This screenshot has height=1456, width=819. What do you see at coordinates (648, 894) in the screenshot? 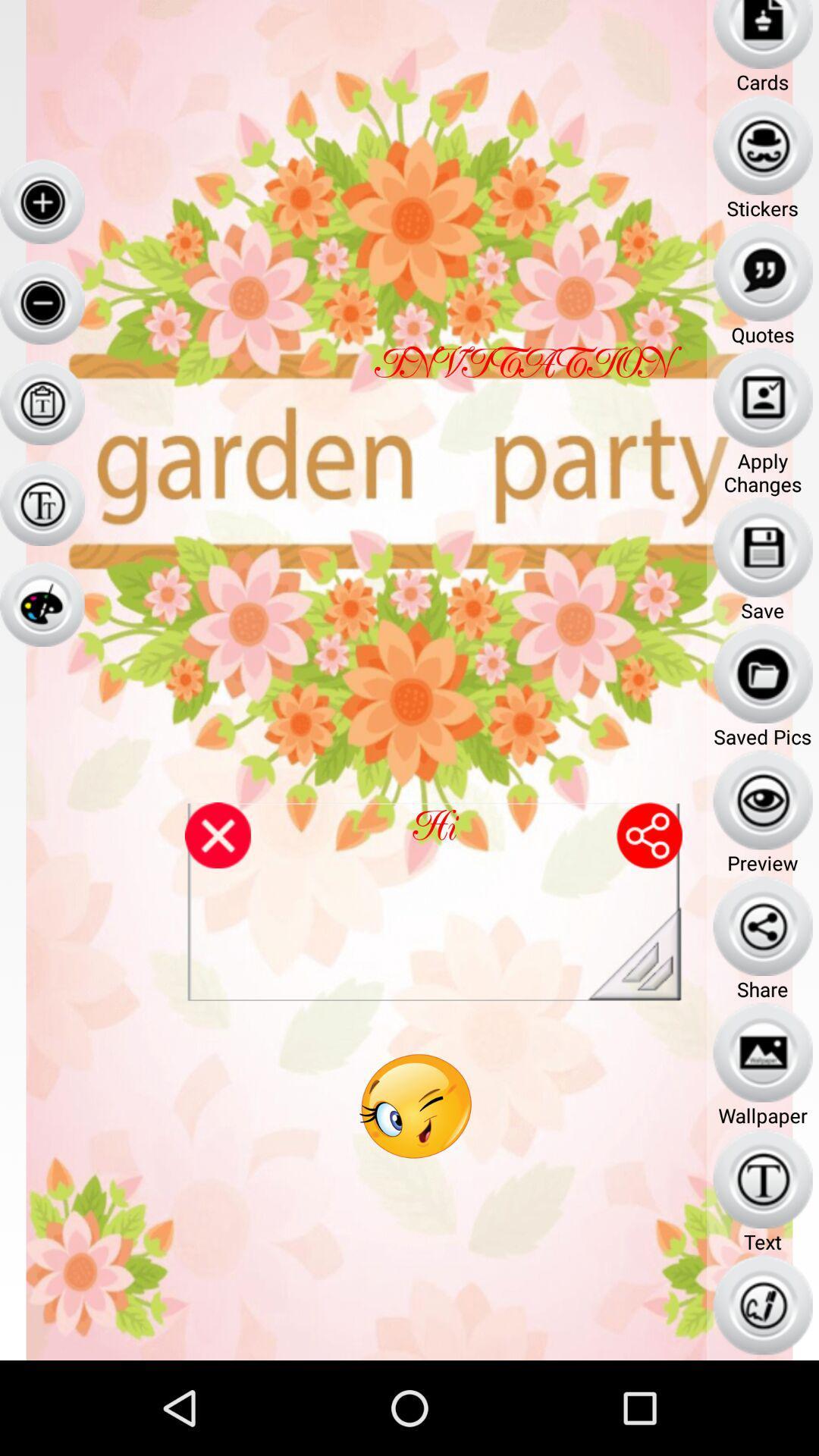
I see `the share icon` at bounding box center [648, 894].